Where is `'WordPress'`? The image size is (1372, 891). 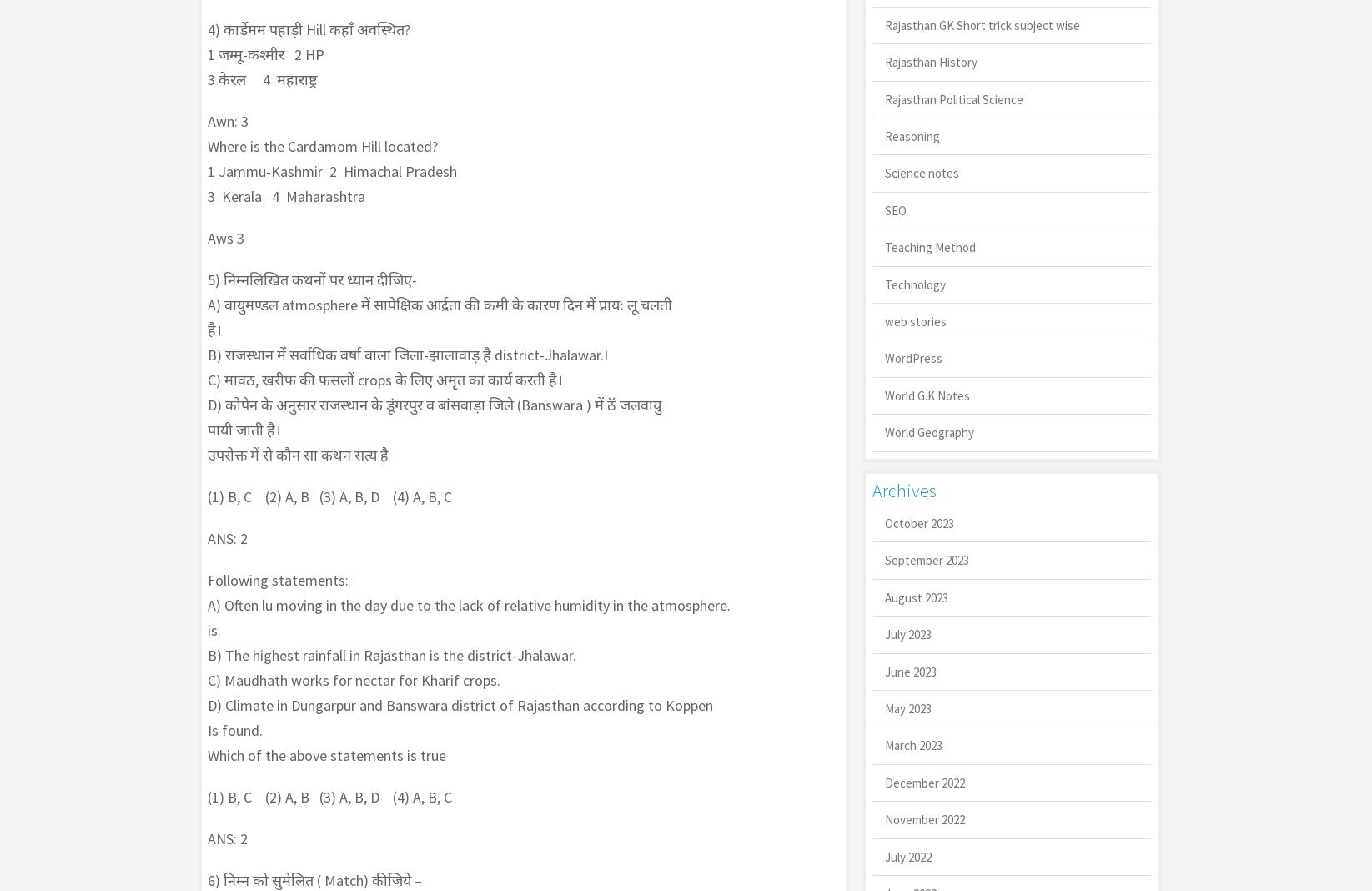 'WordPress' is located at coordinates (912, 358).